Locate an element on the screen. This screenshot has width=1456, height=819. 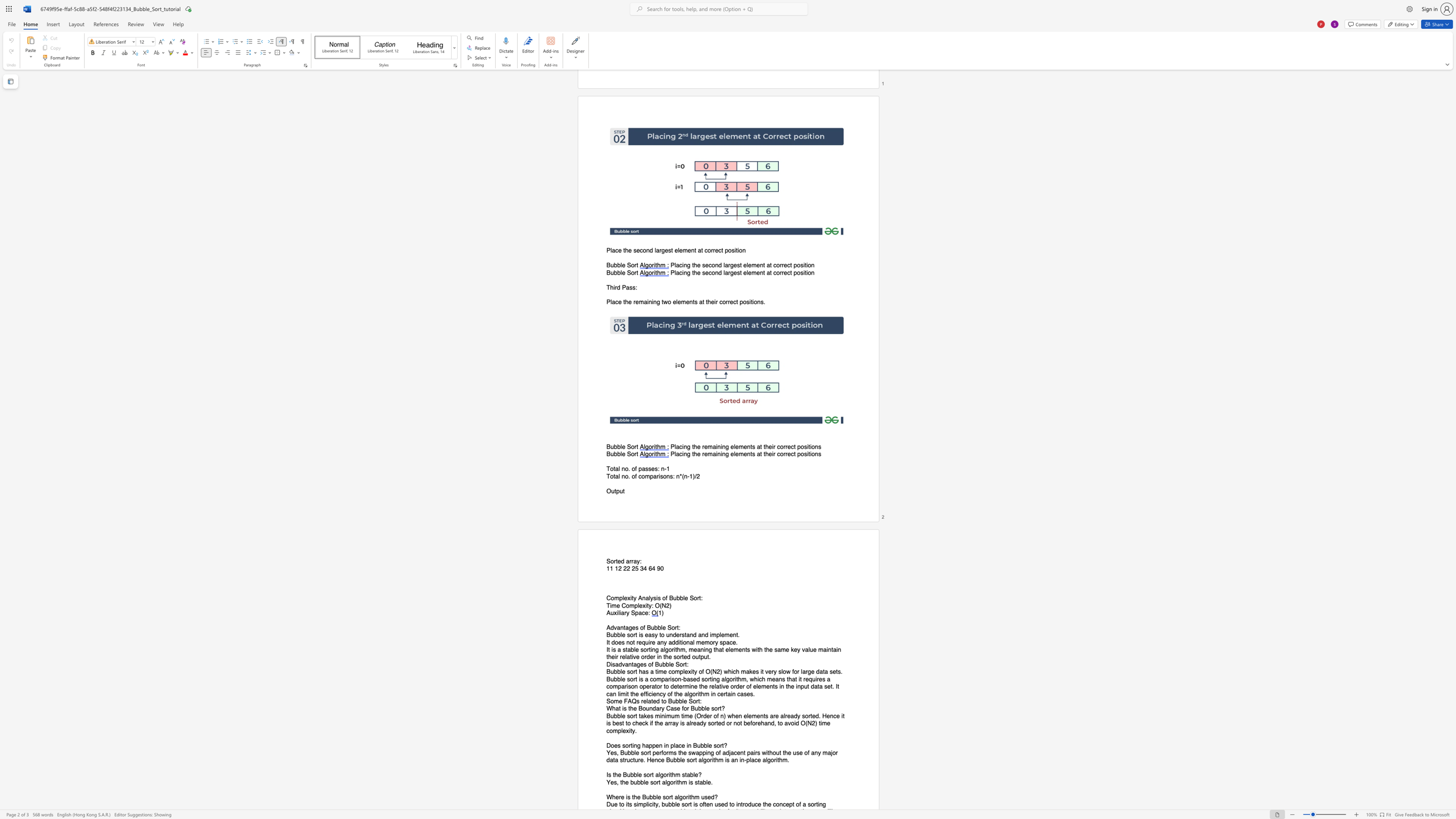
the 1th character "o" in the text is located at coordinates (632, 447).